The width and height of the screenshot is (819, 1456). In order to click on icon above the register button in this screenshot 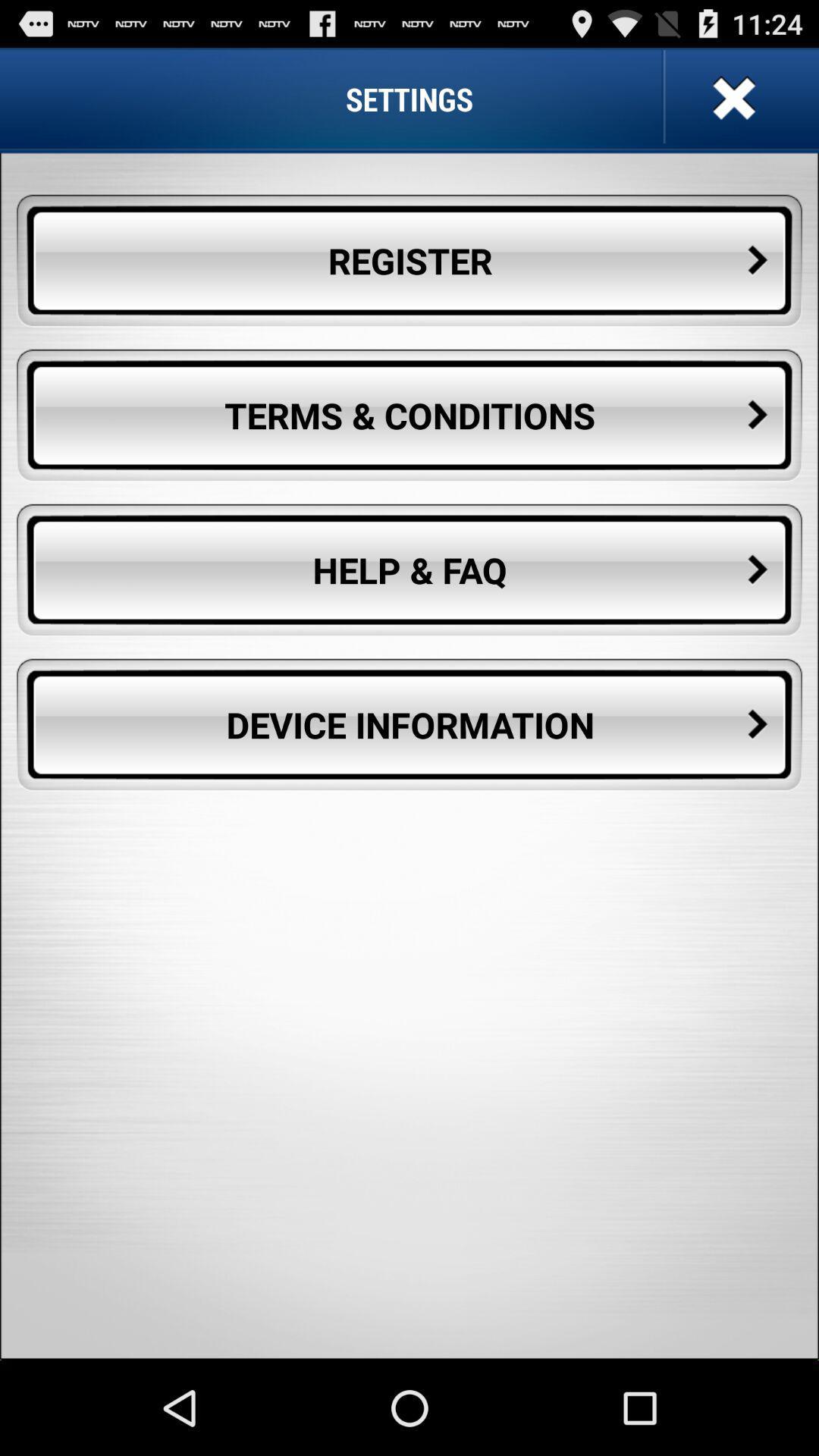, I will do `click(731, 98)`.